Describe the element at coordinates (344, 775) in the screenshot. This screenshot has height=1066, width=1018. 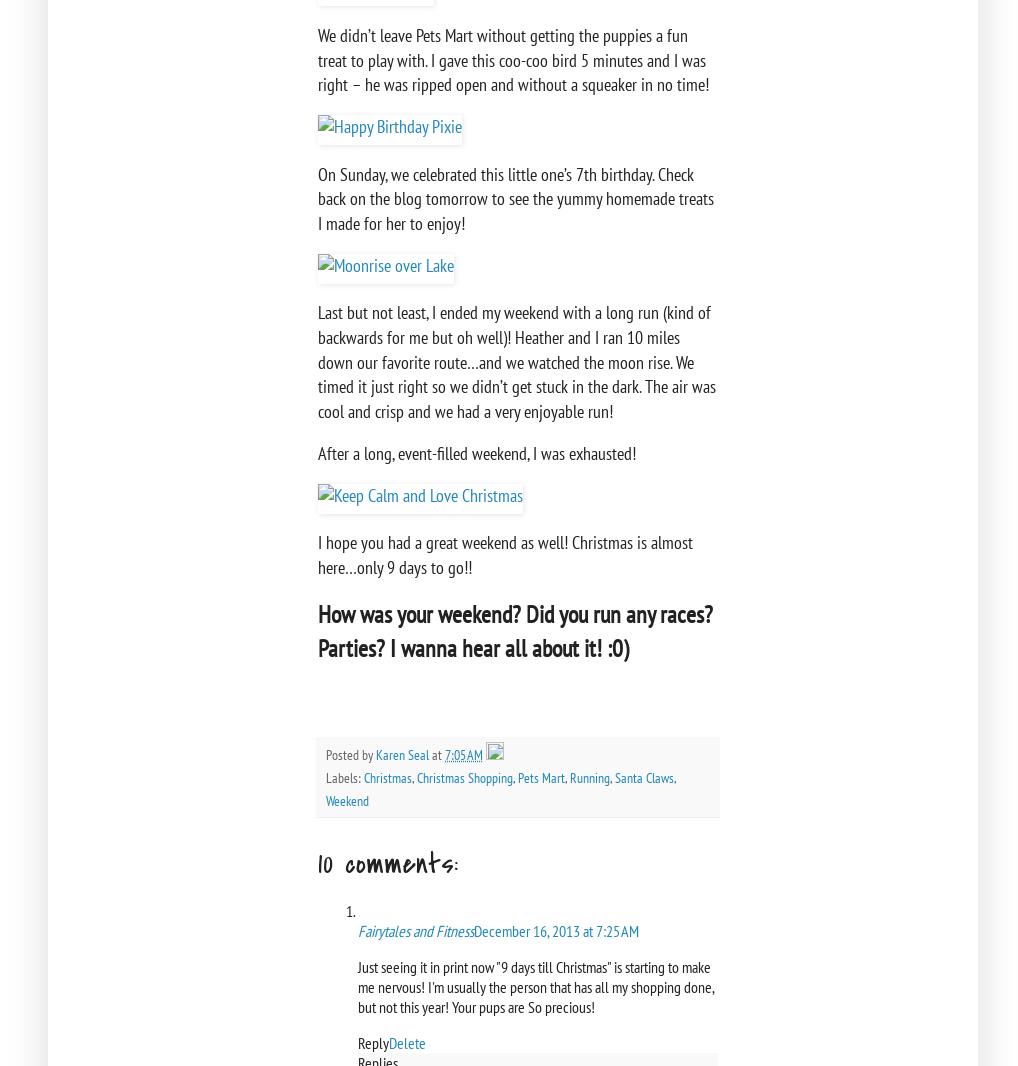
I see `'Labels:'` at that location.